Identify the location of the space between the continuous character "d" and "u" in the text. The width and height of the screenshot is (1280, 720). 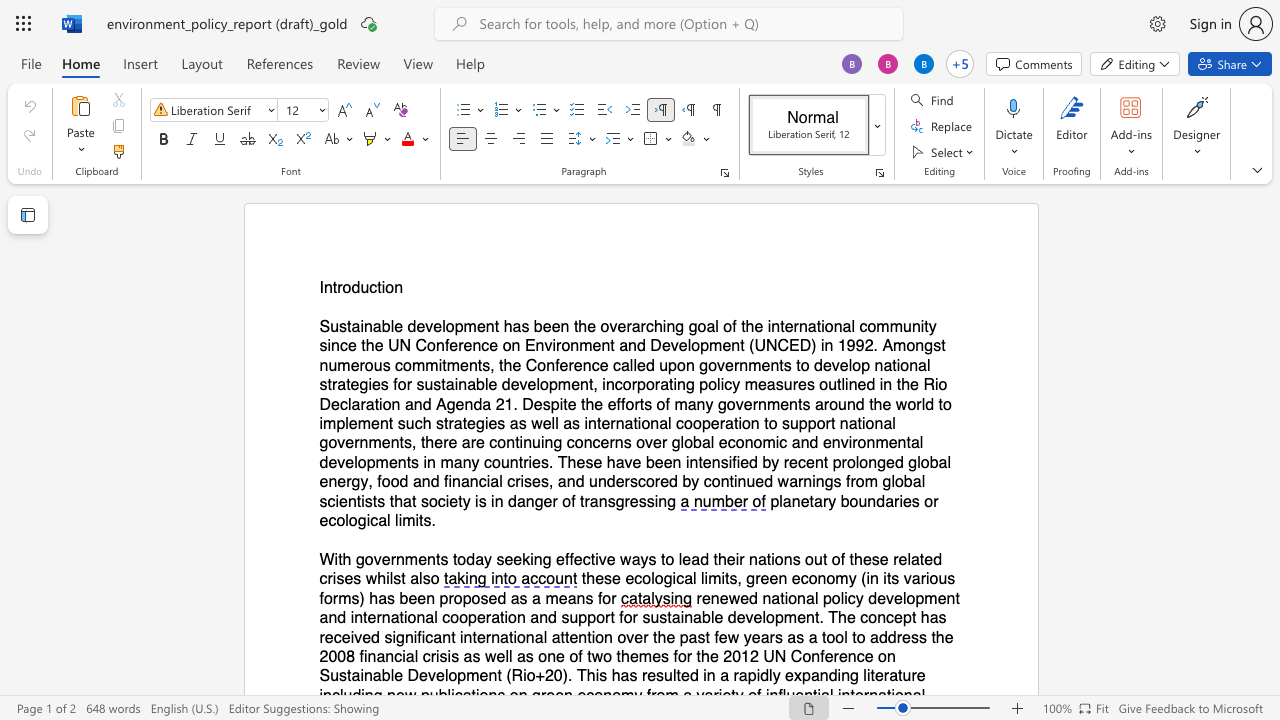
(360, 288).